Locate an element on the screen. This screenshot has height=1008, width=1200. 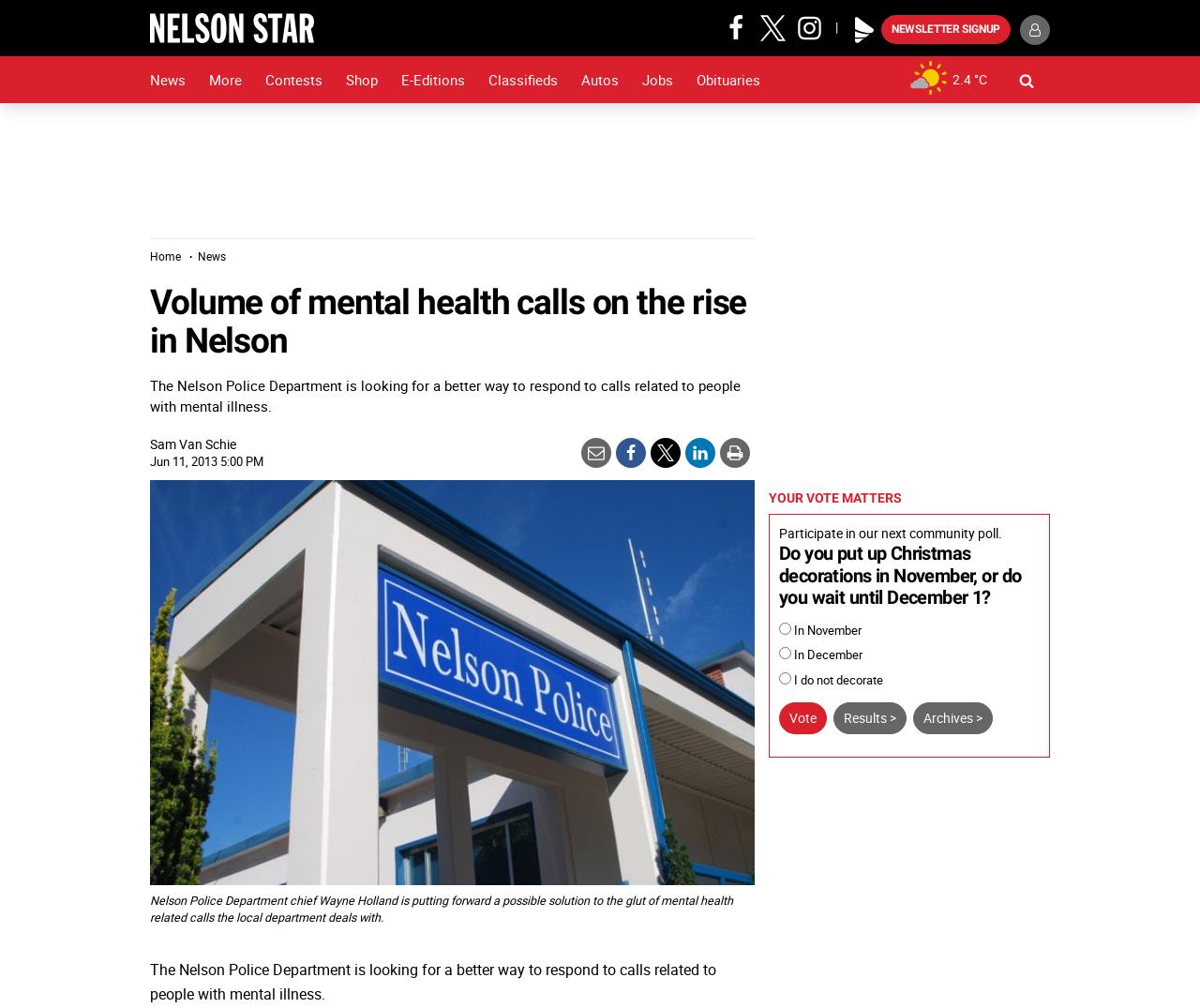
'Do you put up Christmas decorations in November, or do you wait until December 1?' is located at coordinates (778, 575).